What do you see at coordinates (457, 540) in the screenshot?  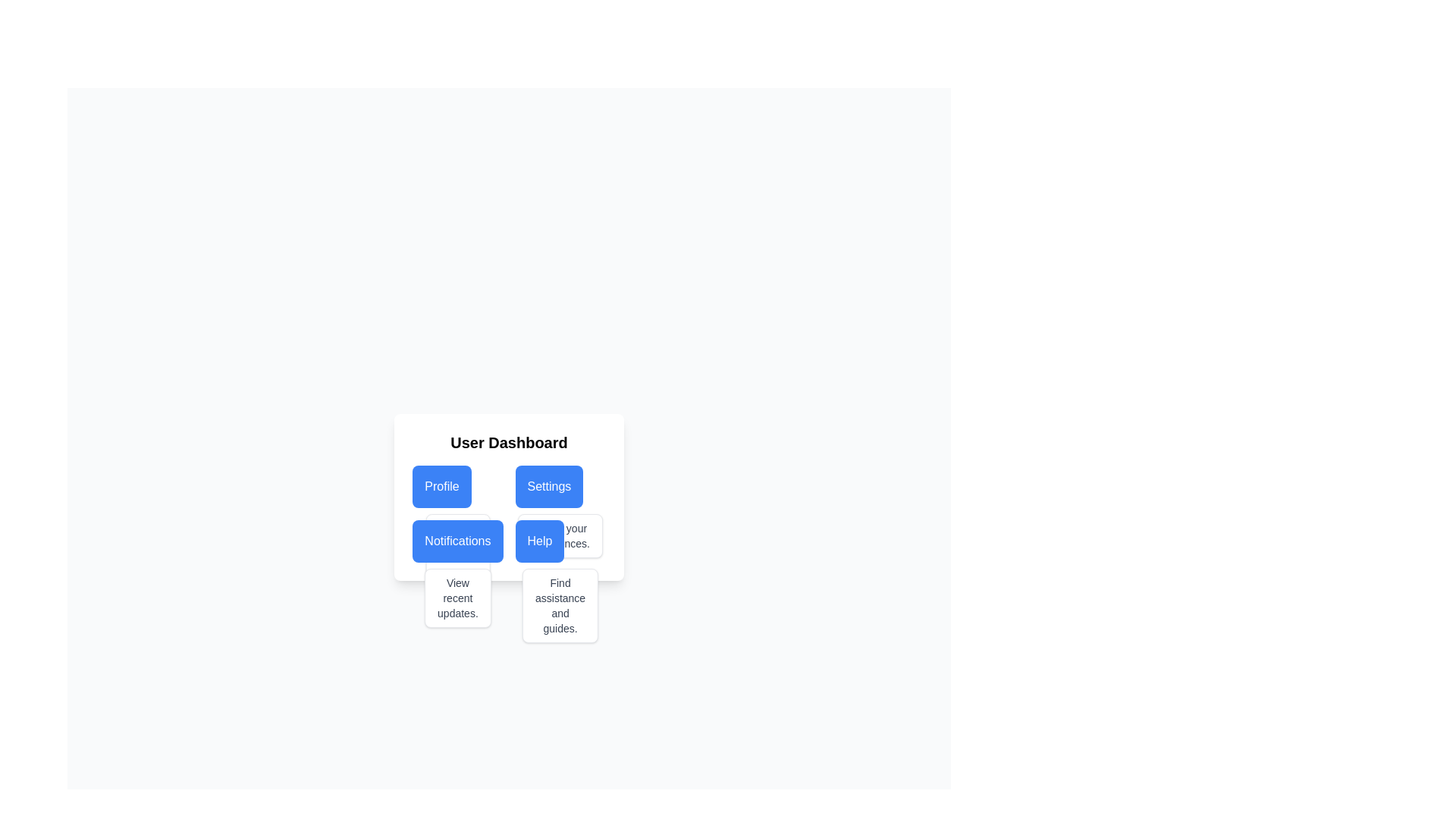 I see `the notifications button located in the User Dashboard section, which is the third button in the grid layout, positioned below the Profile button and to the left of the Help button` at bounding box center [457, 540].